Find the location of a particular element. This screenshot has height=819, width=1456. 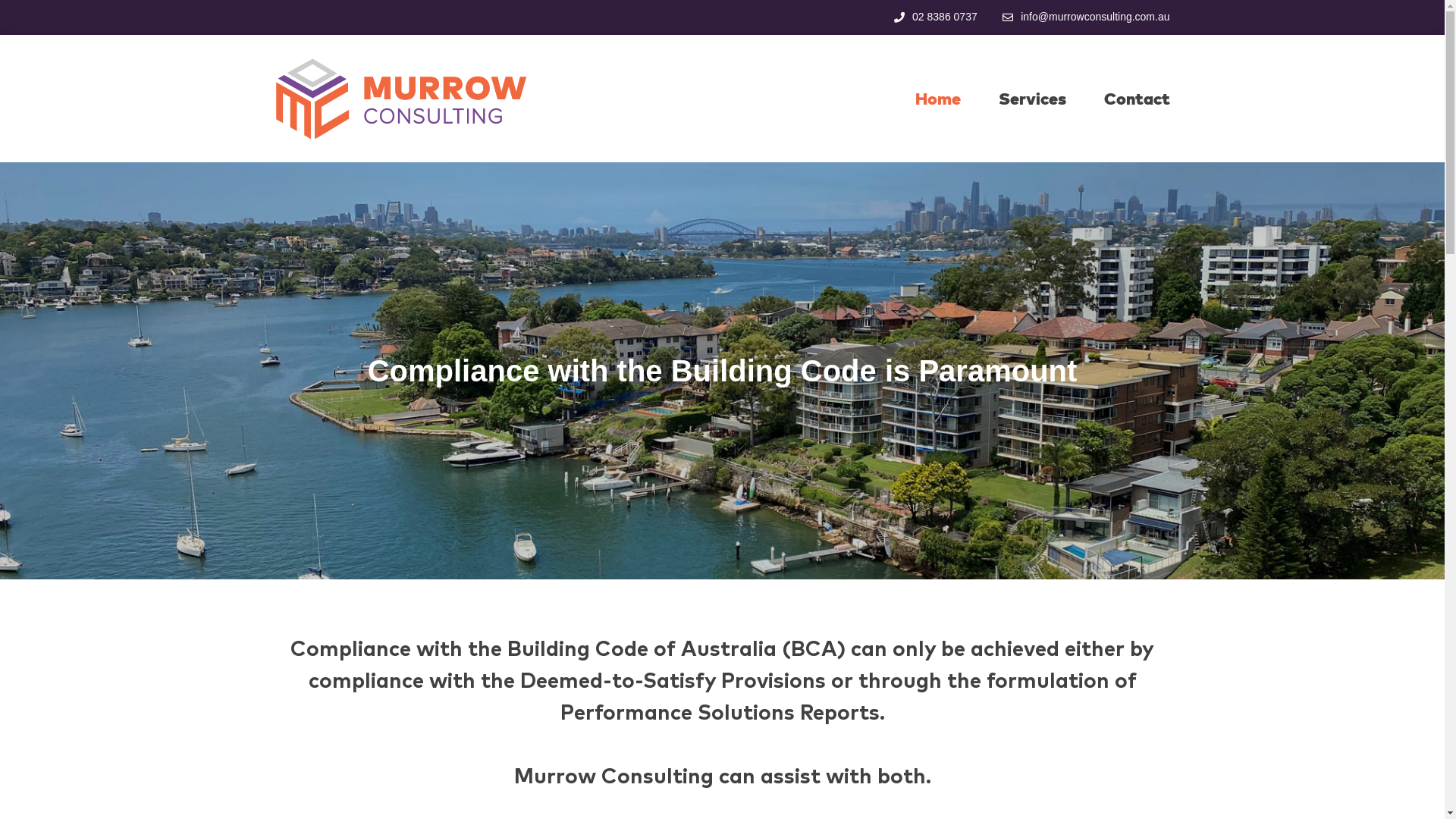

'info@murrowconsulting.com.au' is located at coordinates (1084, 17).